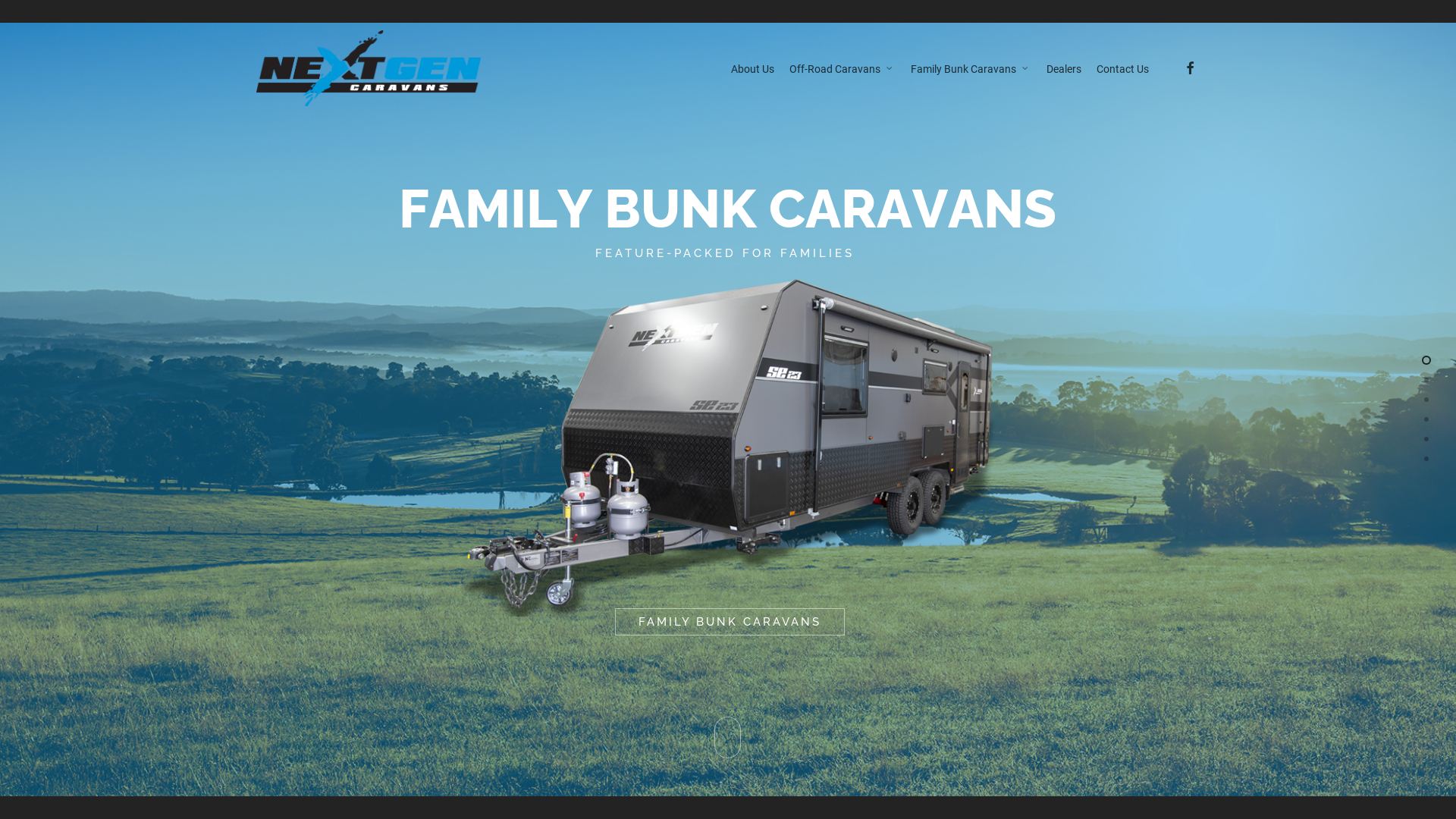 The height and width of the screenshot is (819, 1456). Describe the element at coordinates (969, 67) in the screenshot. I see `'Family Bunk Caravans'` at that location.